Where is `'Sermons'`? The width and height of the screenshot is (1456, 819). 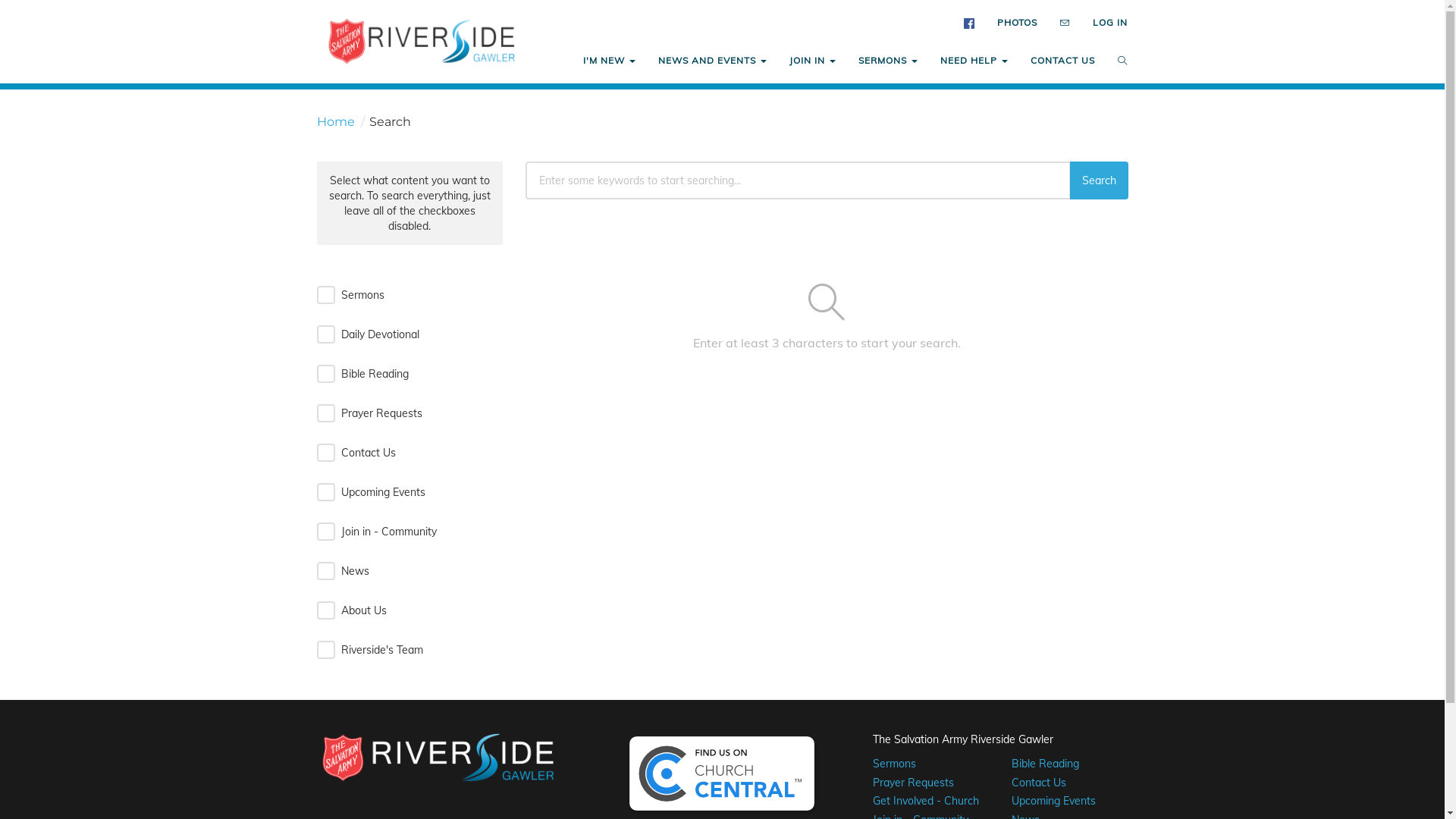
'Sermons' is located at coordinates (894, 763).